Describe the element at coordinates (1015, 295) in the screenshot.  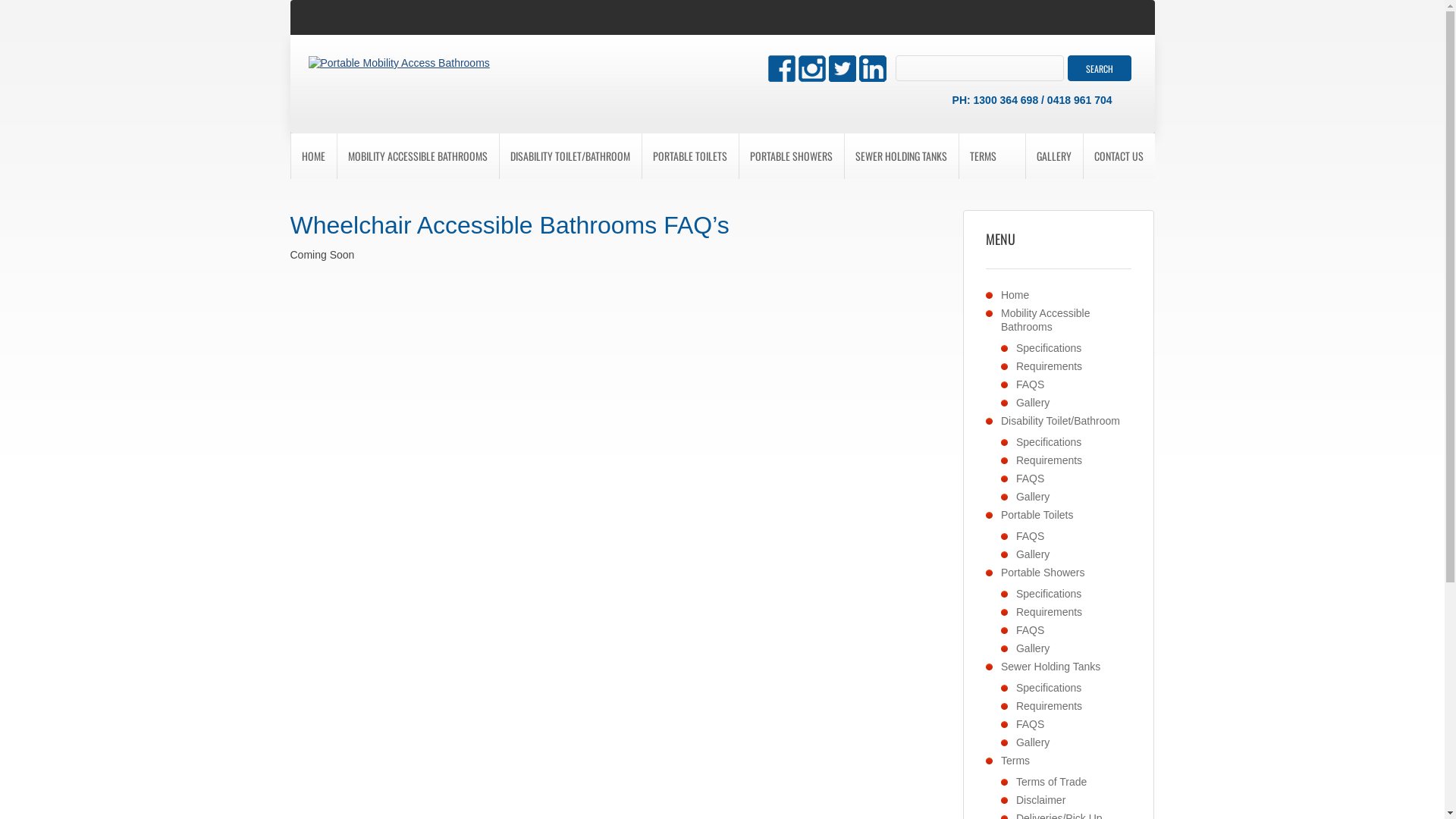
I see `'Home'` at that location.